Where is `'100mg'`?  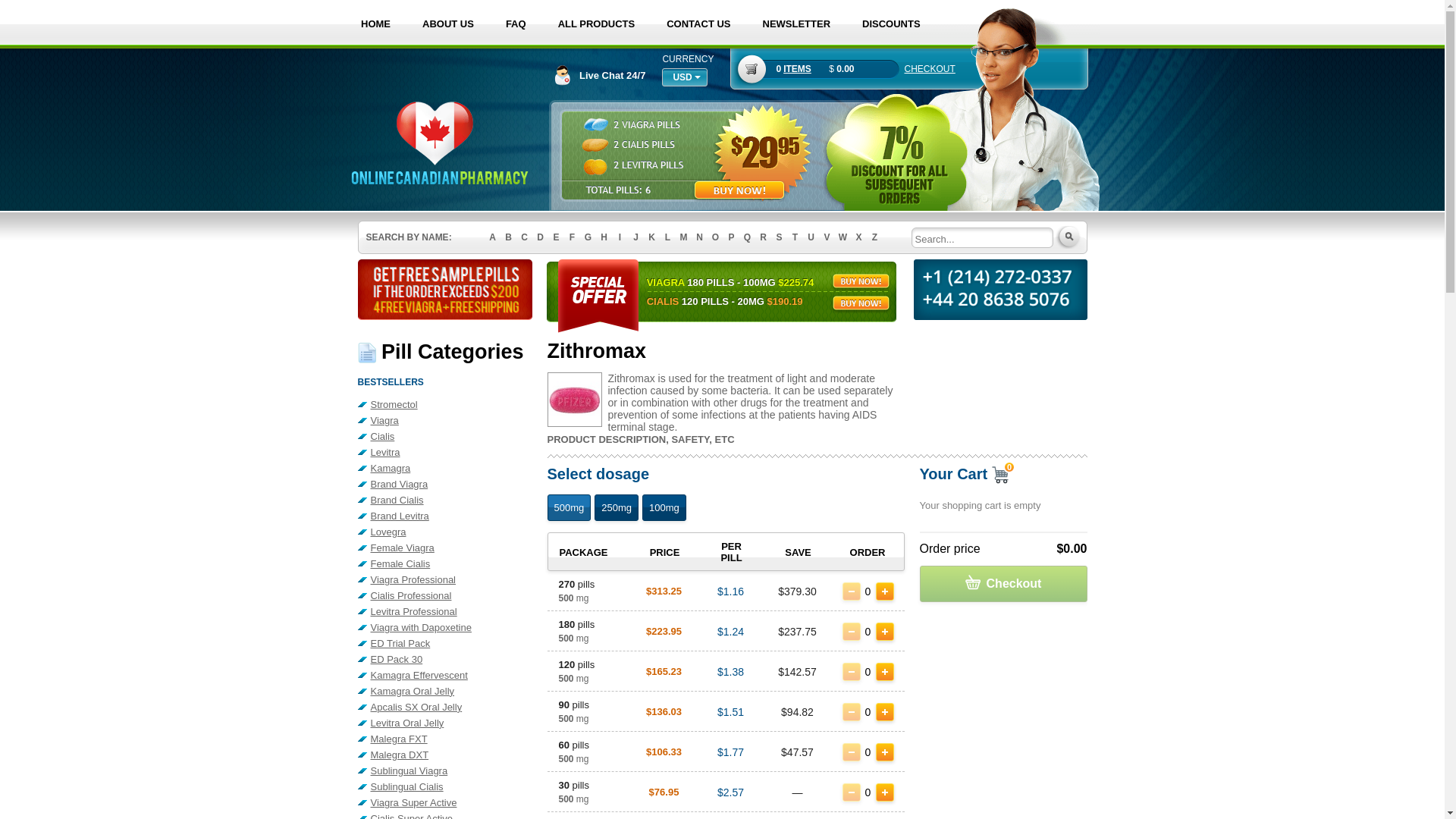
'100mg' is located at coordinates (642, 507).